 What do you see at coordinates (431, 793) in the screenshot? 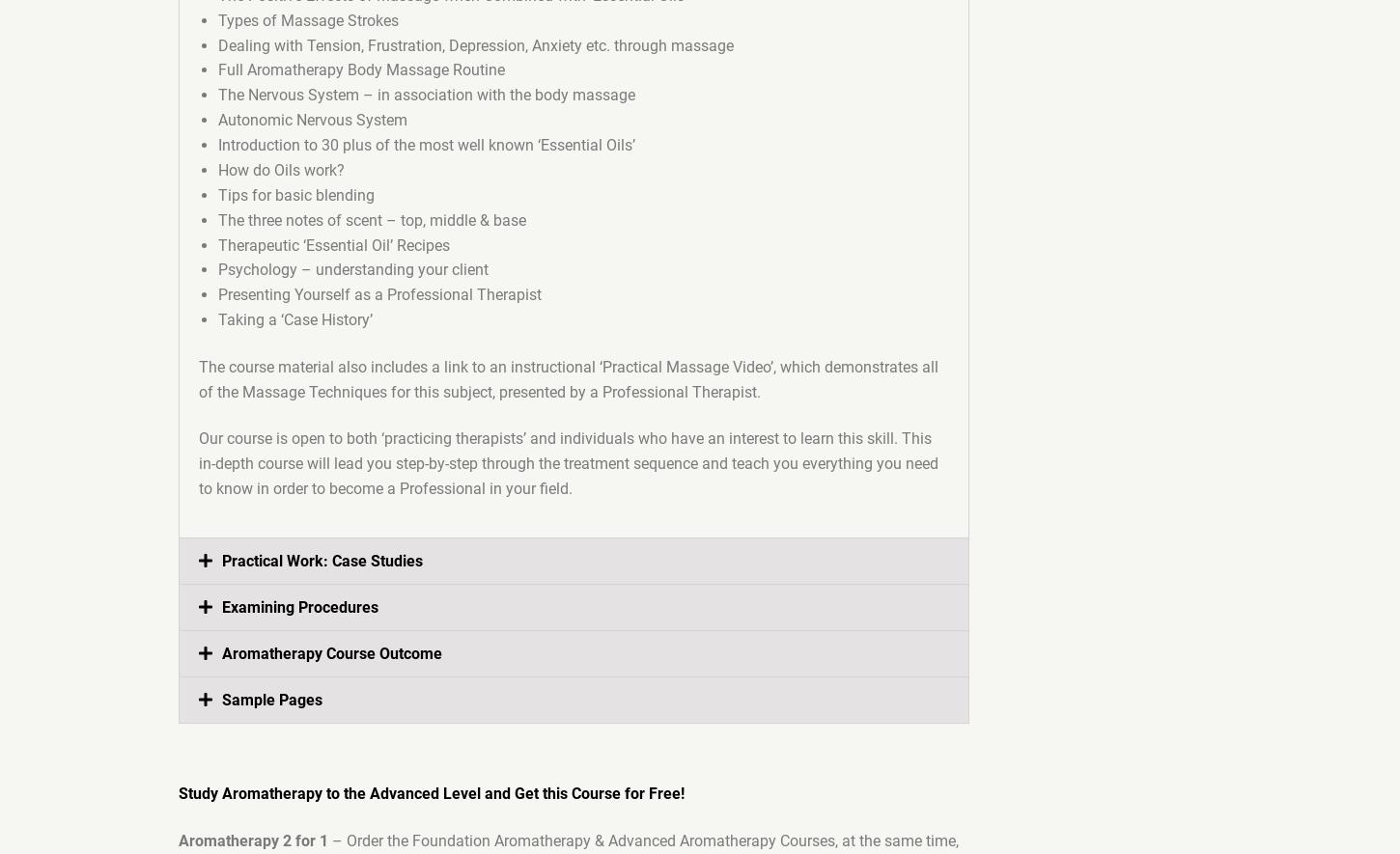
I see `'Study Aromatherapy to the Advanced Level and Get this Course for Free!'` at bounding box center [431, 793].